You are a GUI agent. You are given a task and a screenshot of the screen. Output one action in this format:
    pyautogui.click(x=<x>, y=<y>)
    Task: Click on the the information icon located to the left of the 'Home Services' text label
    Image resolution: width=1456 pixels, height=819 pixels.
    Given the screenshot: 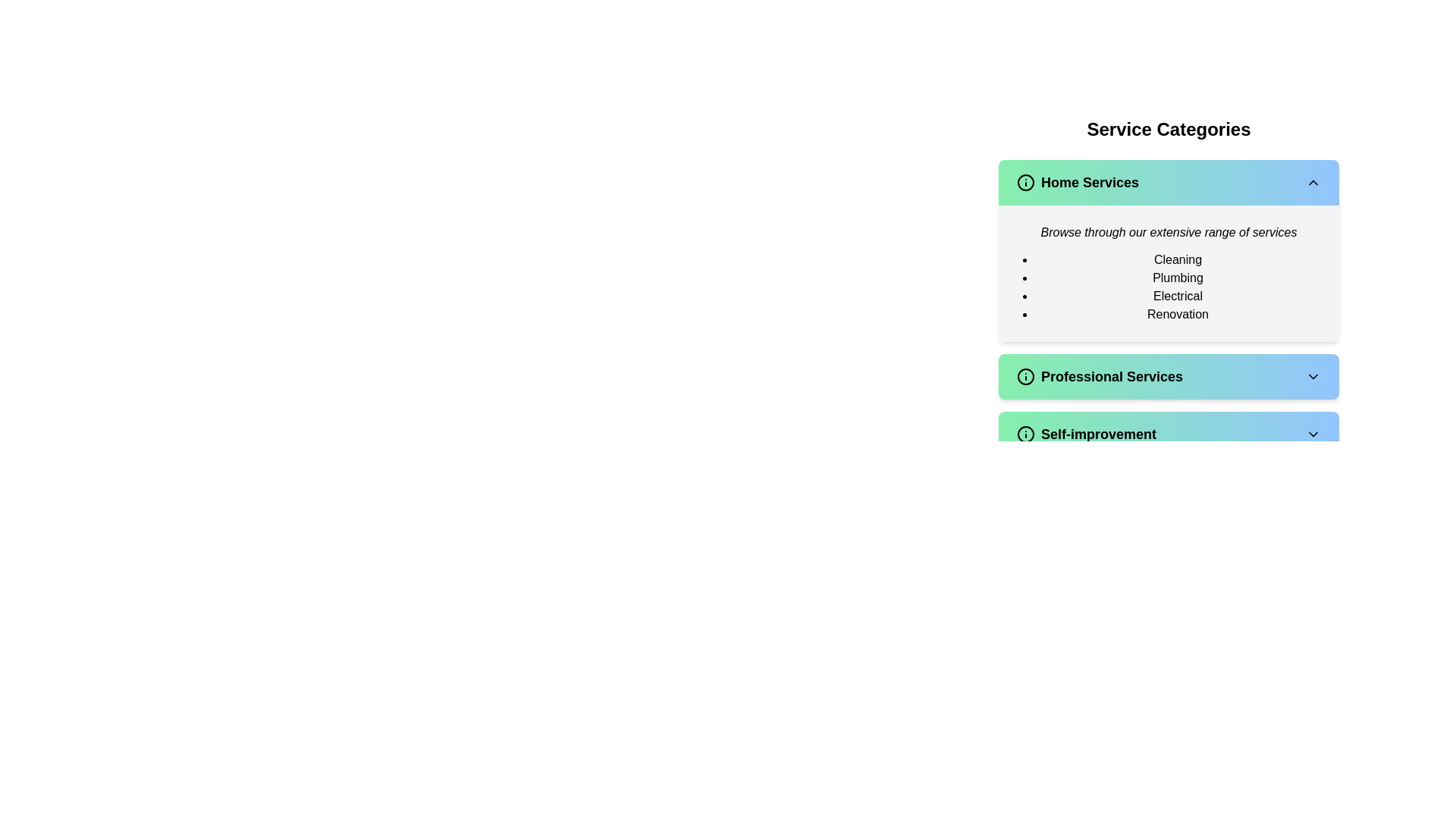 What is the action you would take?
    pyautogui.click(x=1077, y=181)
    